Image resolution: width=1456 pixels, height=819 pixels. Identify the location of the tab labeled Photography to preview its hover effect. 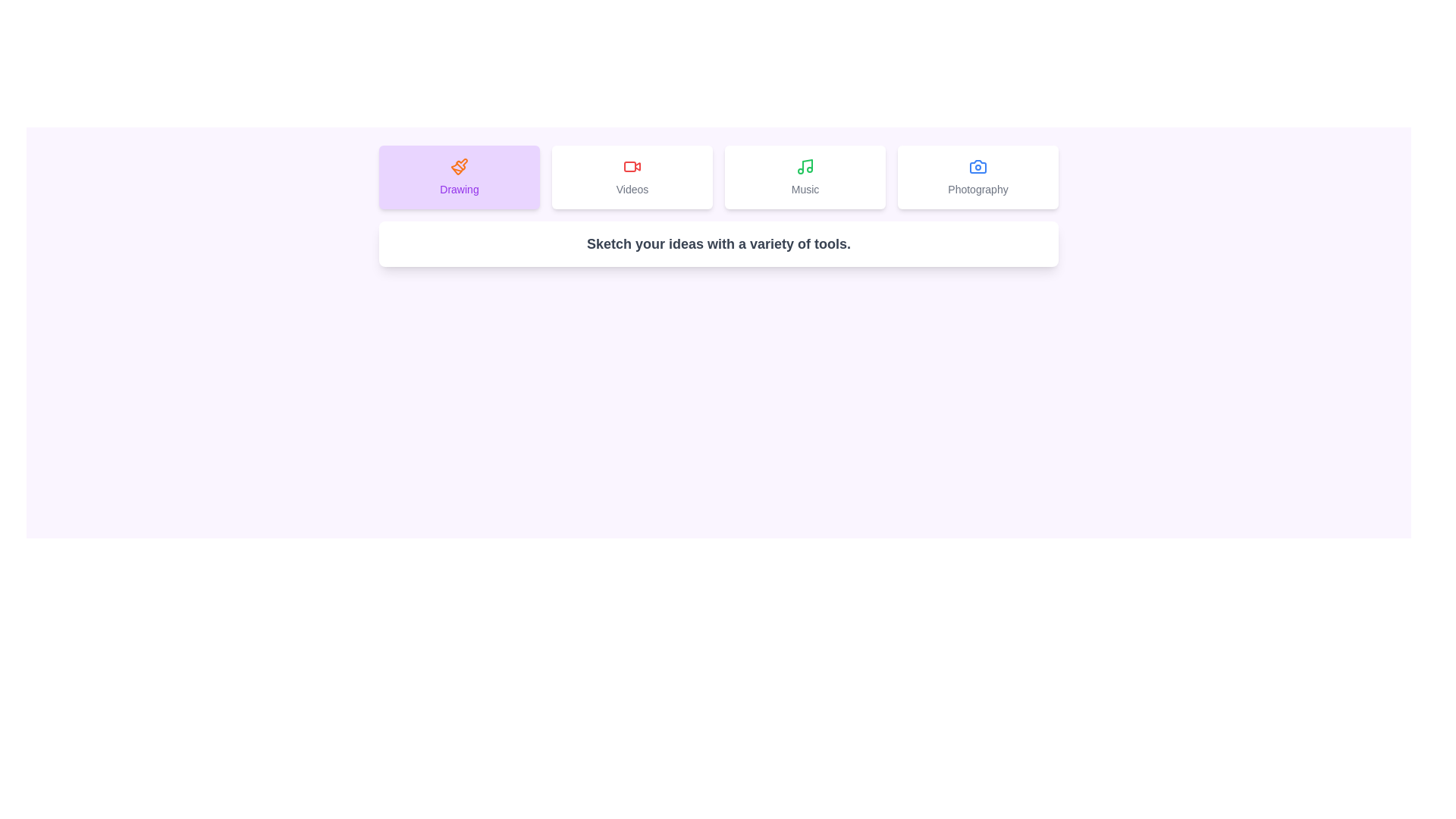
(978, 177).